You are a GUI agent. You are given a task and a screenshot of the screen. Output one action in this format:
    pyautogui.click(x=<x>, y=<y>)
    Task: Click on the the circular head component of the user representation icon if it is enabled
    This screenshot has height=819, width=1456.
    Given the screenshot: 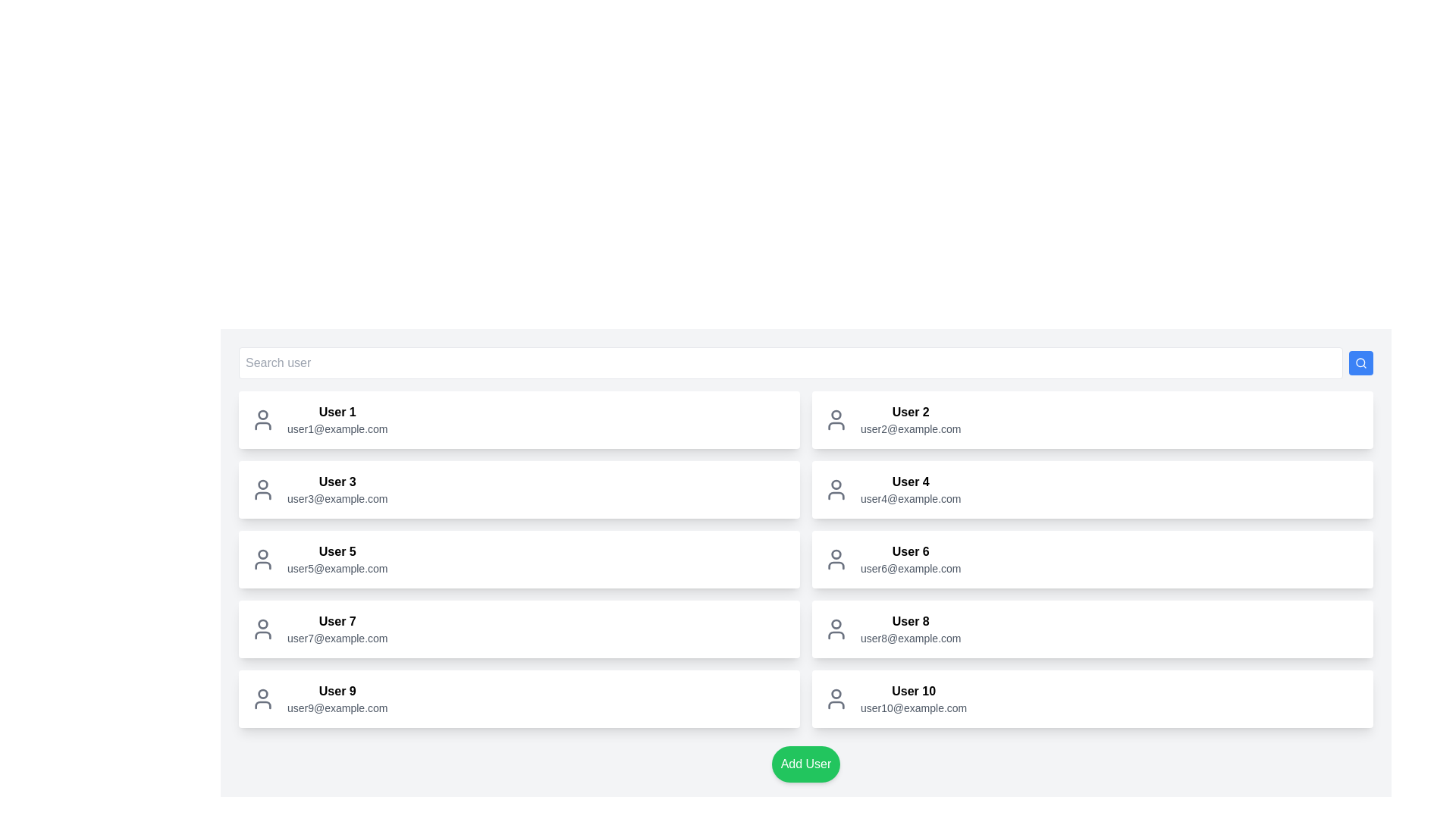 What is the action you would take?
    pyautogui.click(x=836, y=554)
    